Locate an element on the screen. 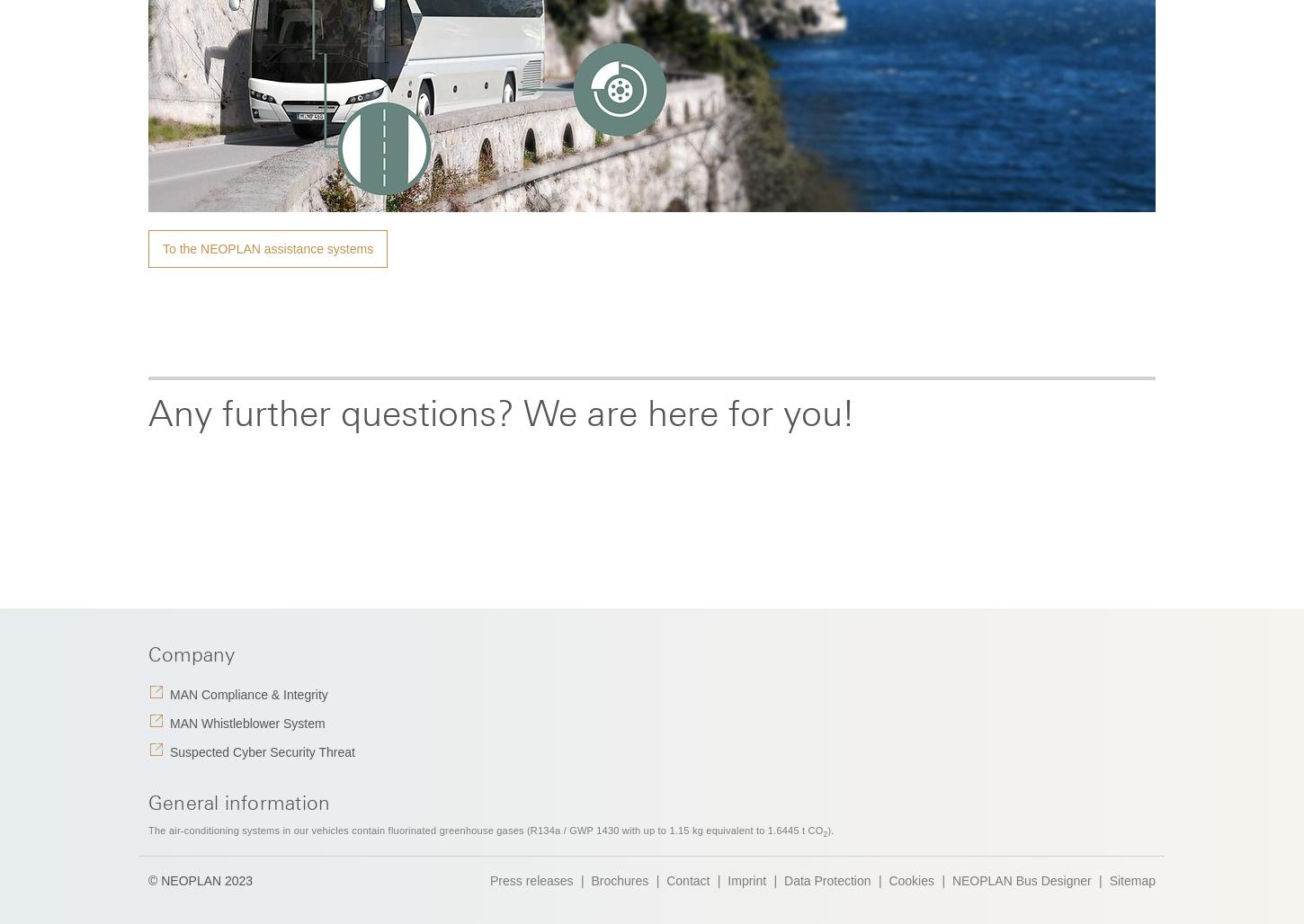  'Company' is located at coordinates (191, 653).